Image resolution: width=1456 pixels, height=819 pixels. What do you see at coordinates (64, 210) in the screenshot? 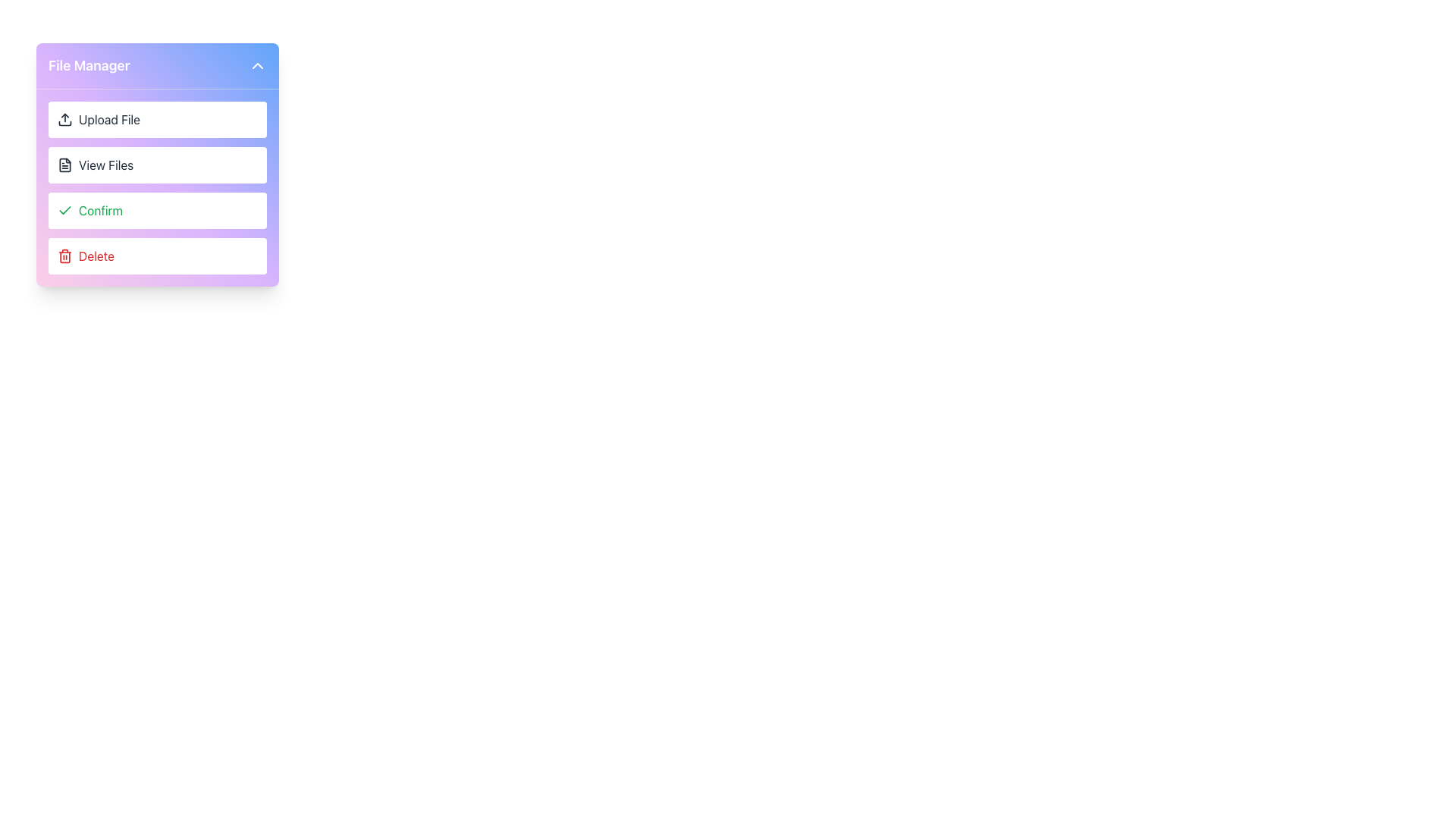
I see `the checkmark icon located to the left of the 'Confirm' option in the 'File Manager' menu, positioned within the third menu item` at bounding box center [64, 210].